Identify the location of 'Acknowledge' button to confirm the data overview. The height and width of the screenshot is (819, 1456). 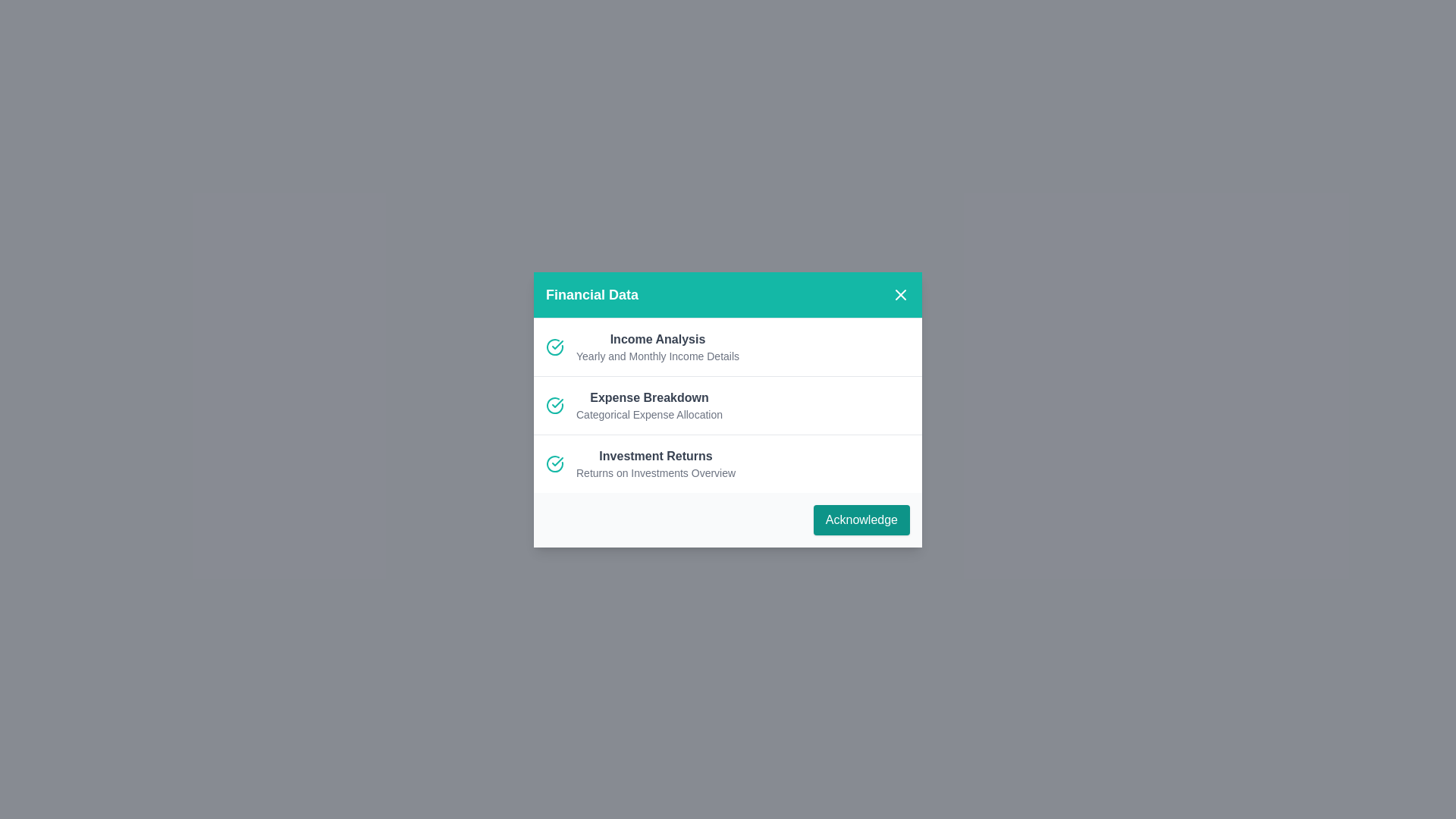
(861, 519).